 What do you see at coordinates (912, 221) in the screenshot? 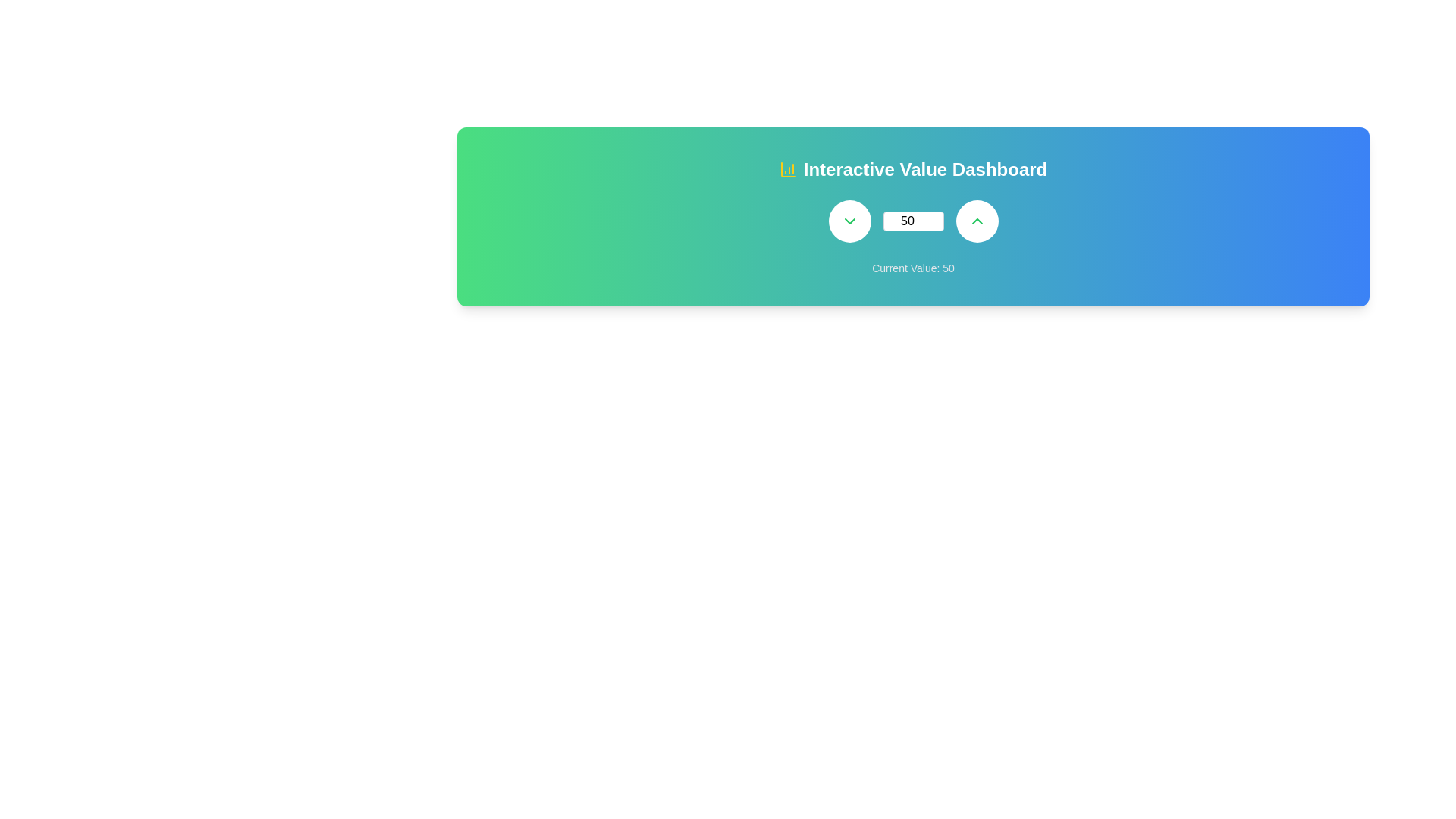
I see `the Input plus controls group, which includes the decrement button, numeric input field showing '50', and increment button` at bounding box center [912, 221].